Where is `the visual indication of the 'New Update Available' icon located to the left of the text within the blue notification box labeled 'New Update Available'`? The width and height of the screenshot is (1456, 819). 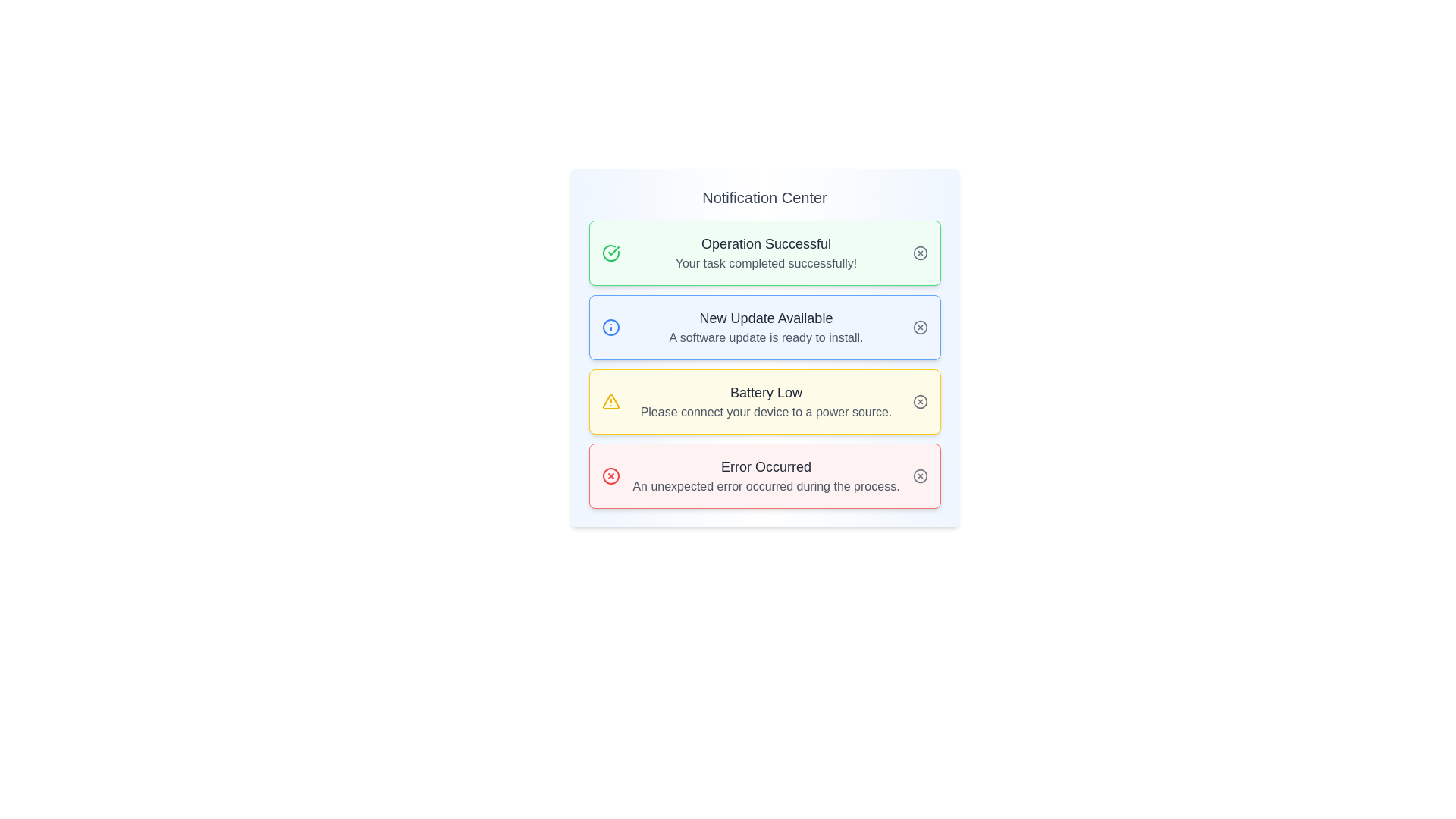 the visual indication of the 'New Update Available' icon located to the left of the text within the blue notification box labeled 'New Update Available' is located at coordinates (610, 327).